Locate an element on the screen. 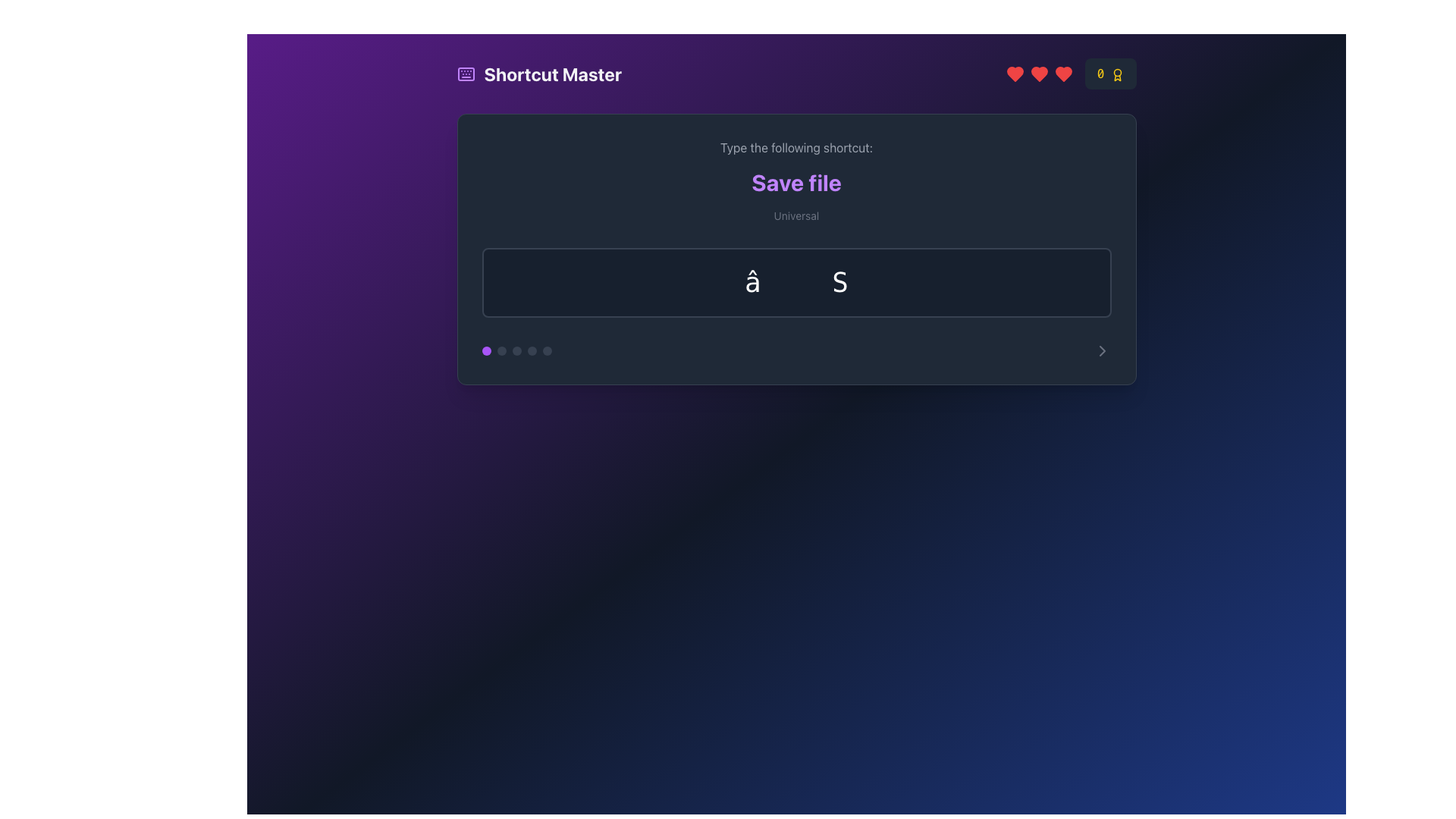 The width and height of the screenshot is (1456, 819). the keyboard-style icon indicating keyboard shortcuts, which is positioned to the left of the 'Shortcut Master' text label is located at coordinates (465, 74).